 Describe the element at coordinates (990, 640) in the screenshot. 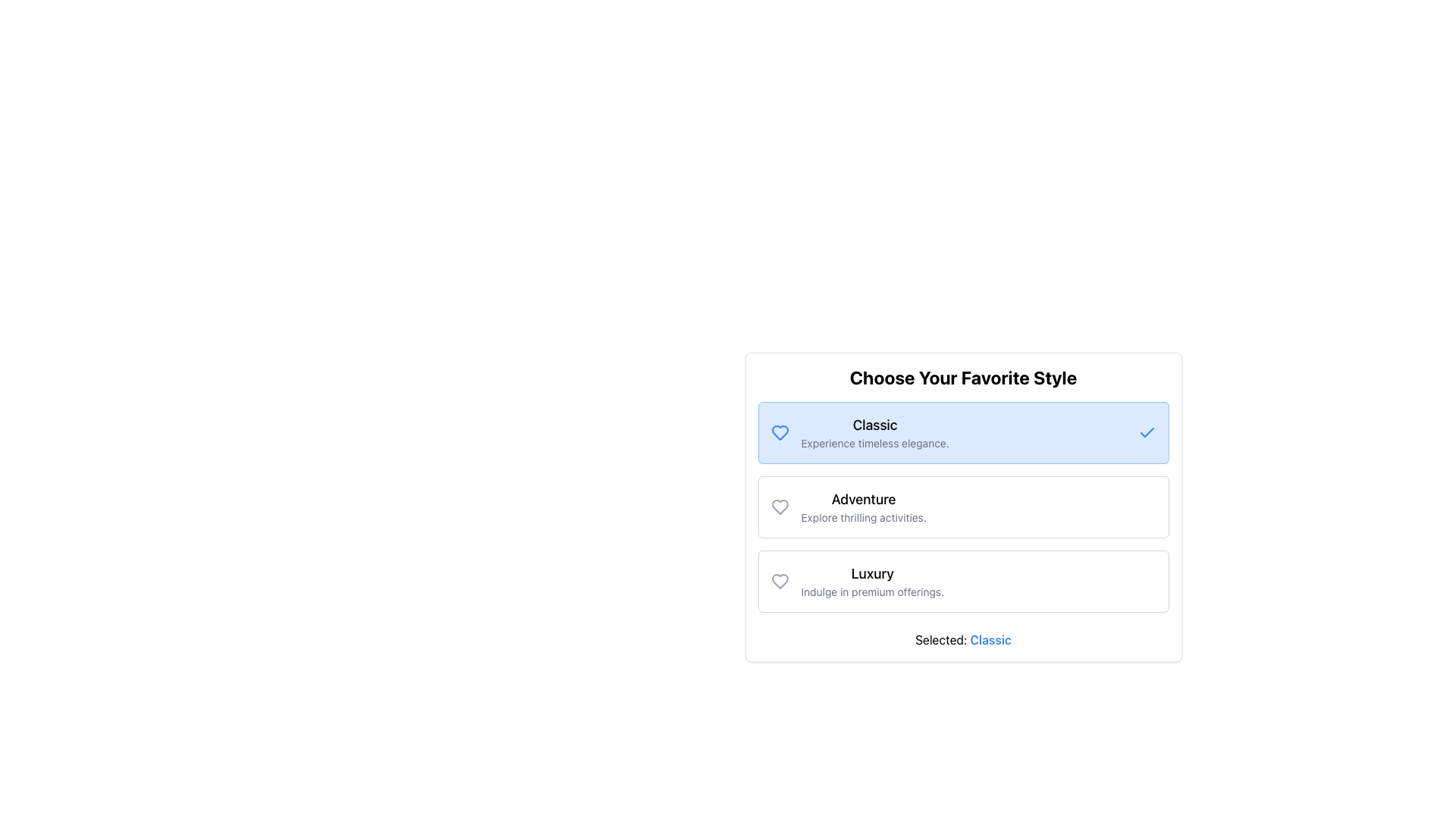

I see `the static text label displaying 'Classic', which is the last word in the 'Selected: Classic' text at the bottom of the selection interface` at that location.